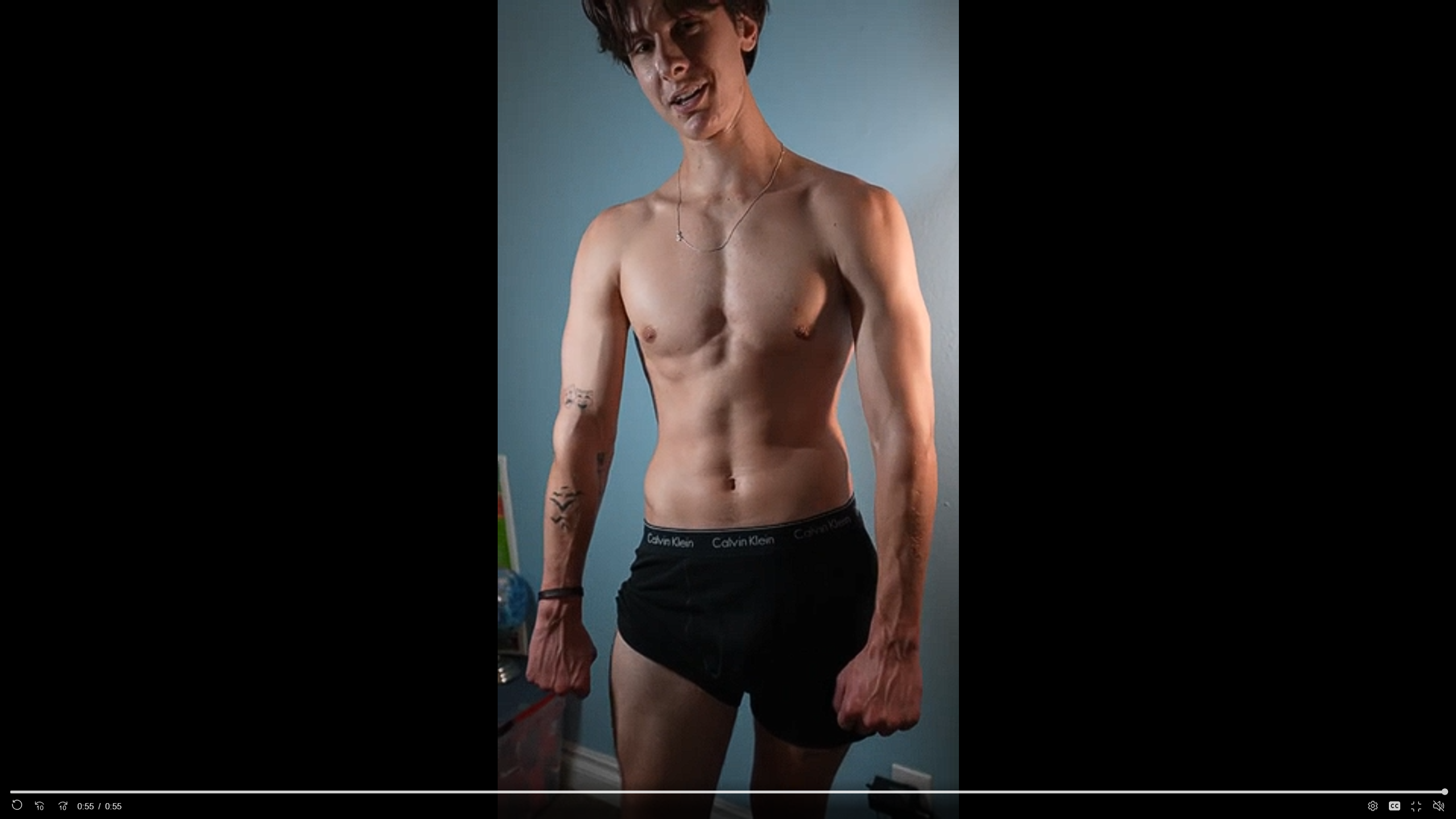  I want to click on 'Captions', so click(1394, 806).